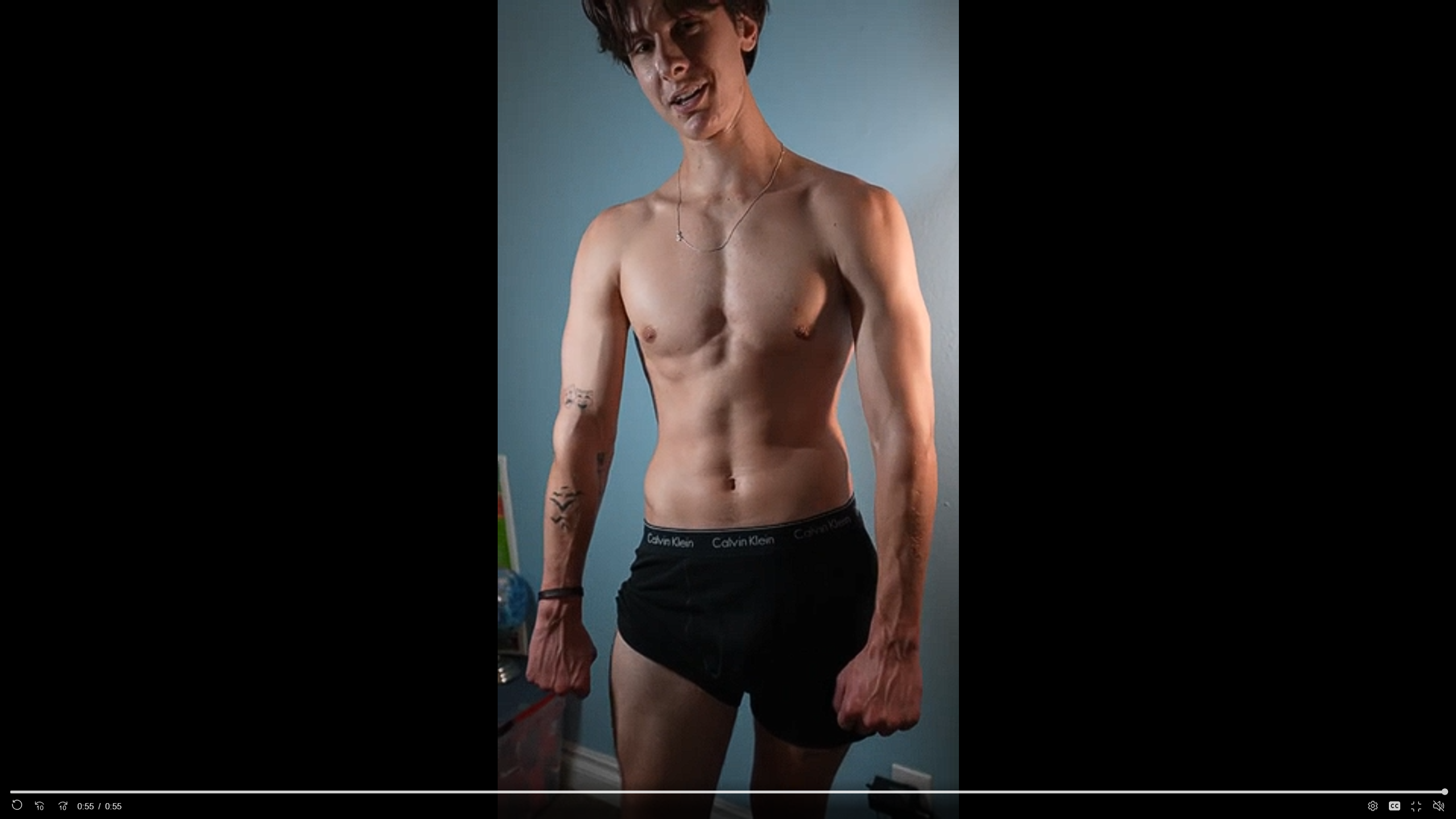  I want to click on 'Captions', so click(1394, 806).